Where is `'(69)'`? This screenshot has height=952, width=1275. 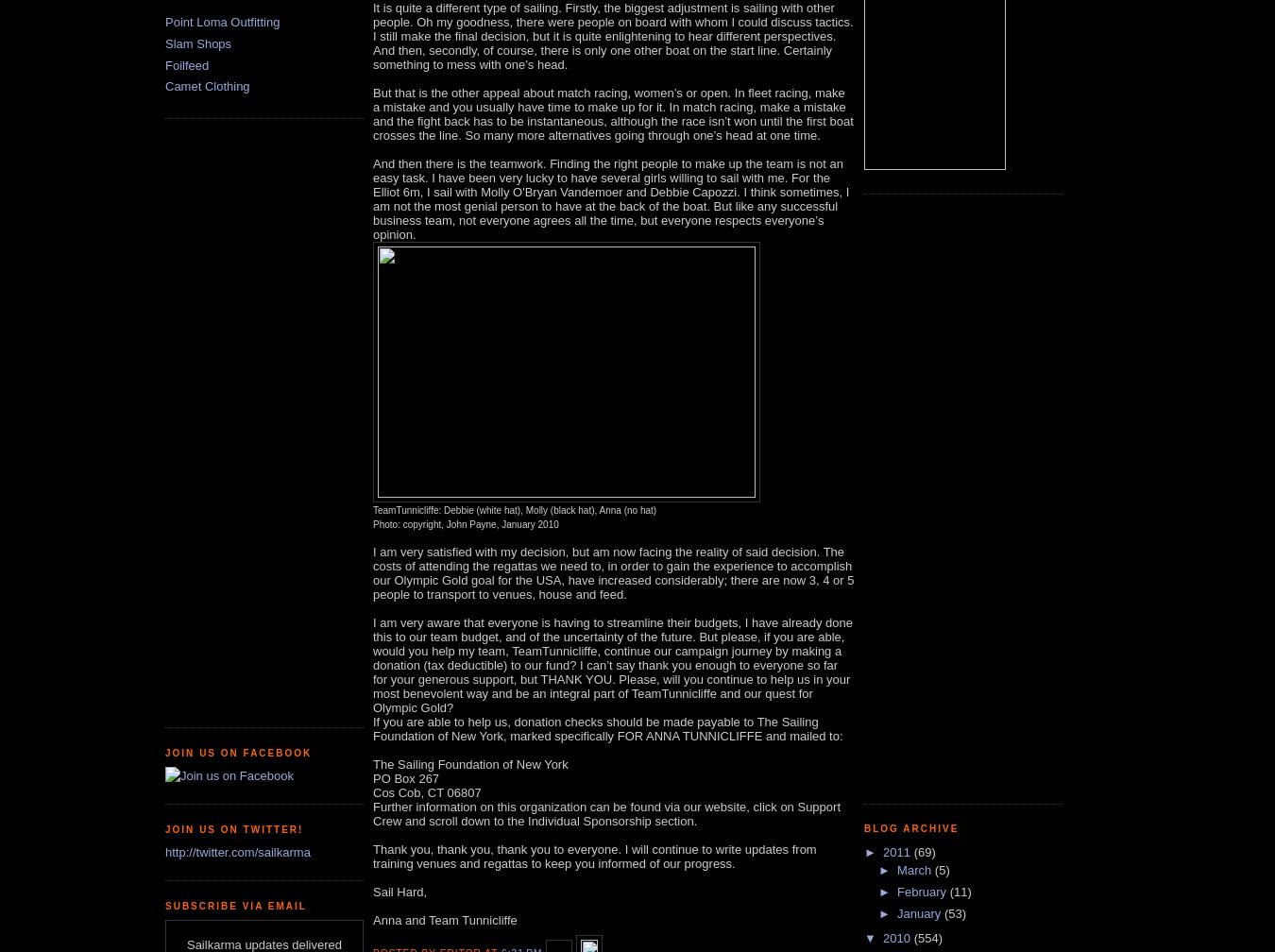 '(69)' is located at coordinates (923, 851).